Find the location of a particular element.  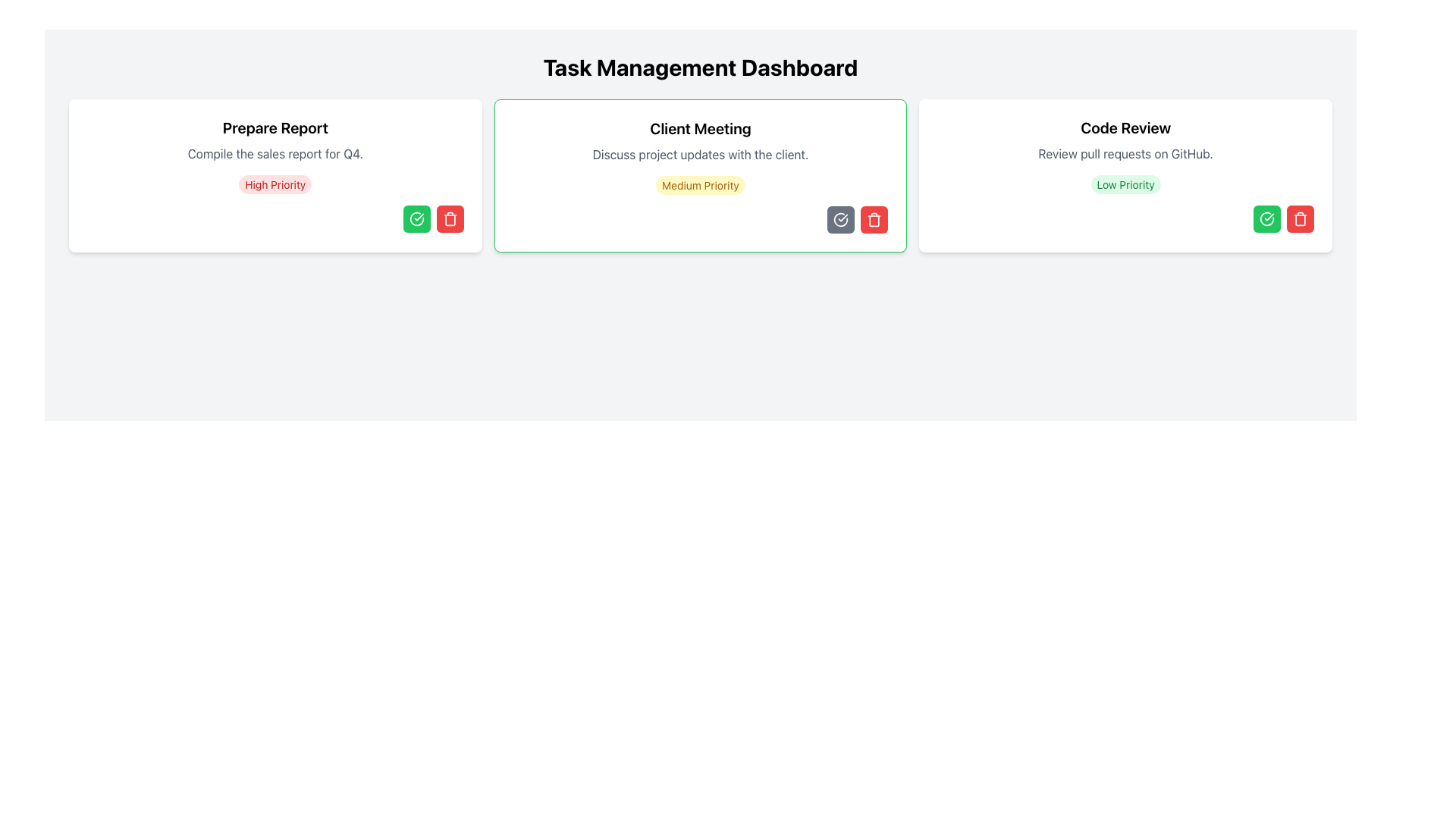

the deletion button located in the lower-right corner of the 'Client Meeting' task card to observe interactive effects such as changes in opacity is located at coordinates (874, 219).